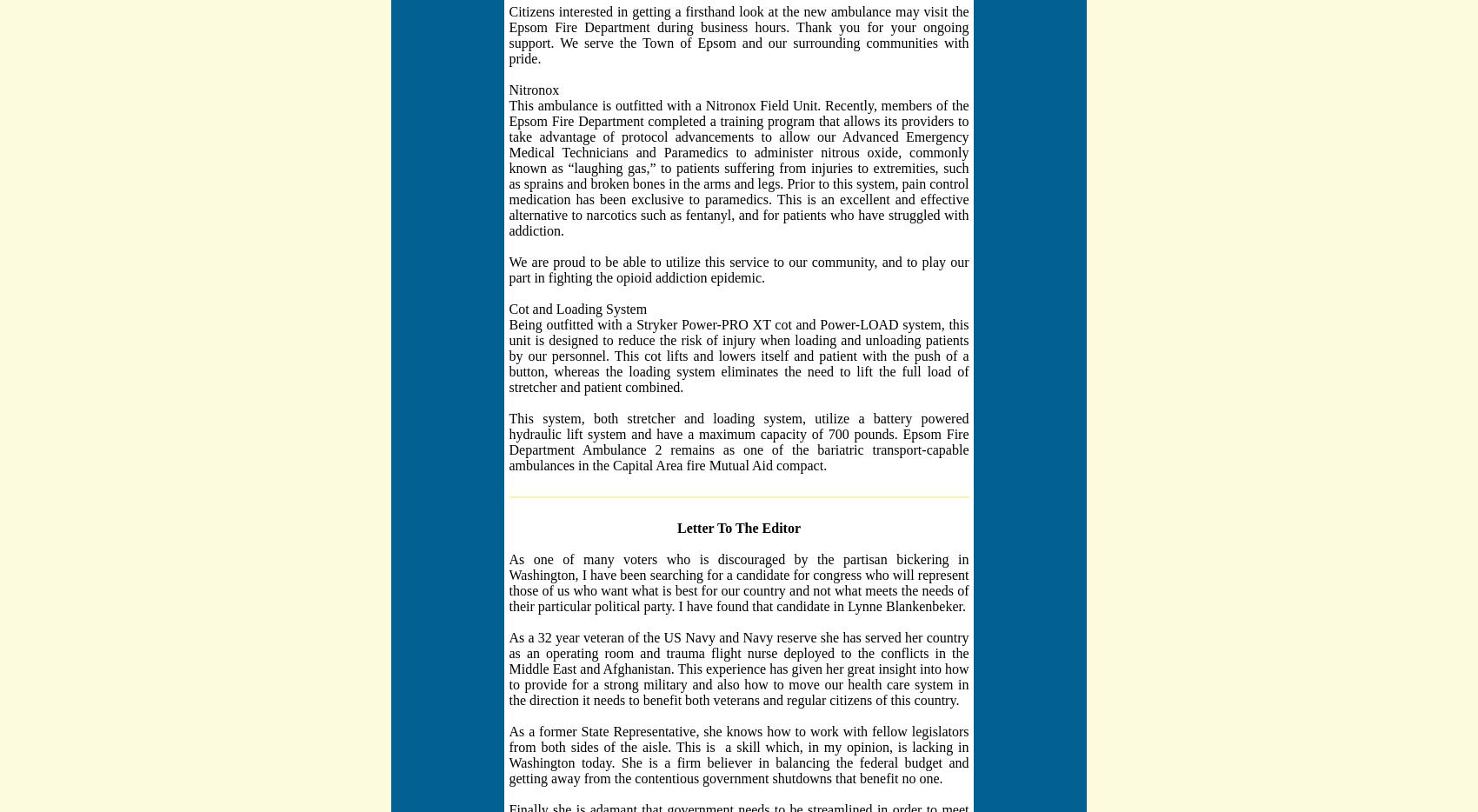 This screenshot has width=1478, height=812. Describe the element at coordinates (507, 166) in the screenshot. I see `'This ambulance is
outfitted with a Nitronox Field Unit. Recently, members of the Epsom
Fire Department completed a training program that allows its
providers to take advantage of protocol advancements to allow our
Advanced Emergency Medical Technicians and Paramedics to administer
nitrous oxide, commonly known as “laughing gas,” to patients
suffering from injuries to extremities, such as sprains and broken
bones in the arms and legs. Prior to this system, pain control
medication has been exclusive to paramedics. This is an excellent
and effective alternative to narcotics such as fentanyl, and for
patients who have struggled with addiction.'` at that location.